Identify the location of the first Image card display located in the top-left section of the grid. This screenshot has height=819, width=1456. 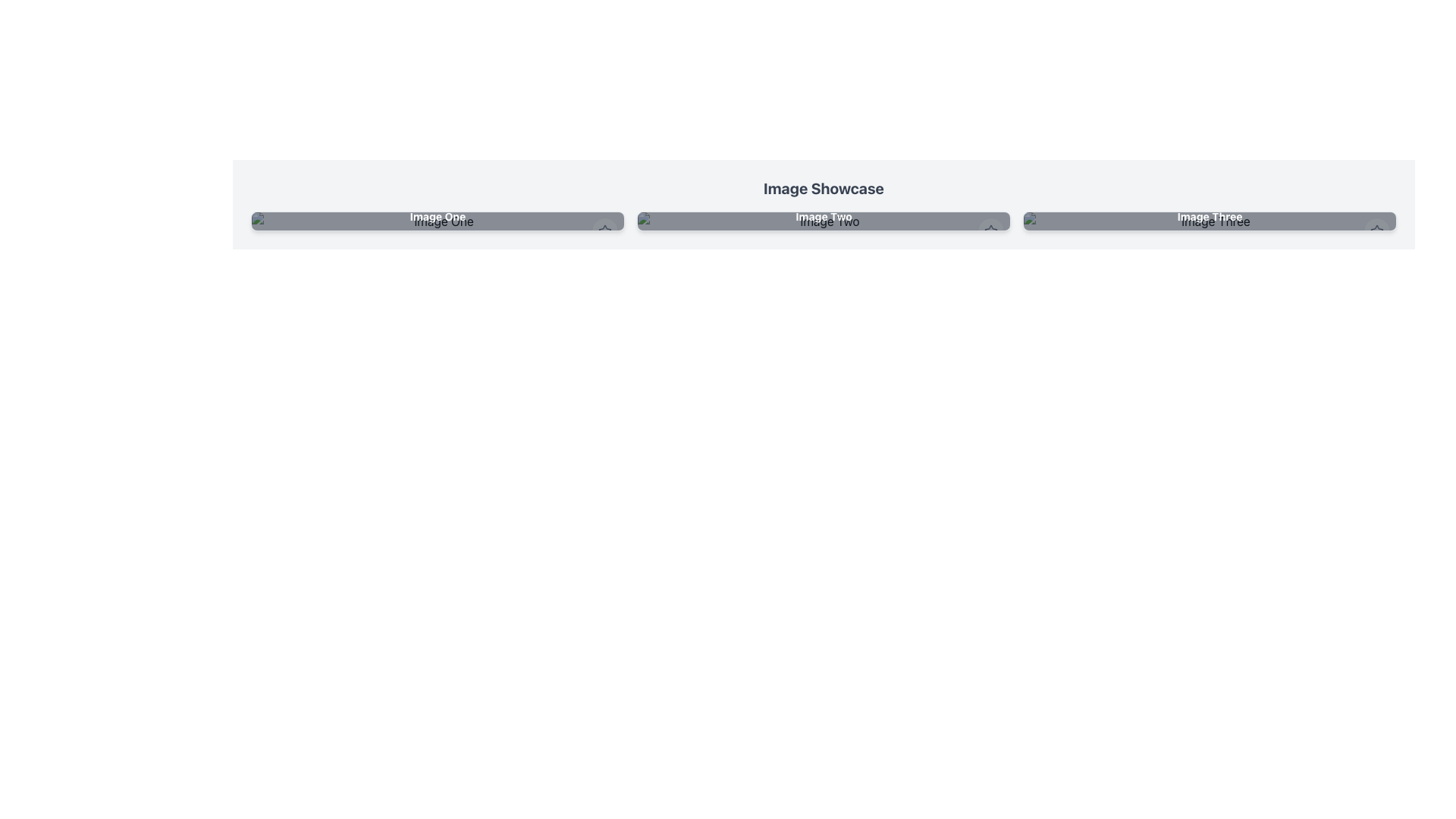
(437, 221).